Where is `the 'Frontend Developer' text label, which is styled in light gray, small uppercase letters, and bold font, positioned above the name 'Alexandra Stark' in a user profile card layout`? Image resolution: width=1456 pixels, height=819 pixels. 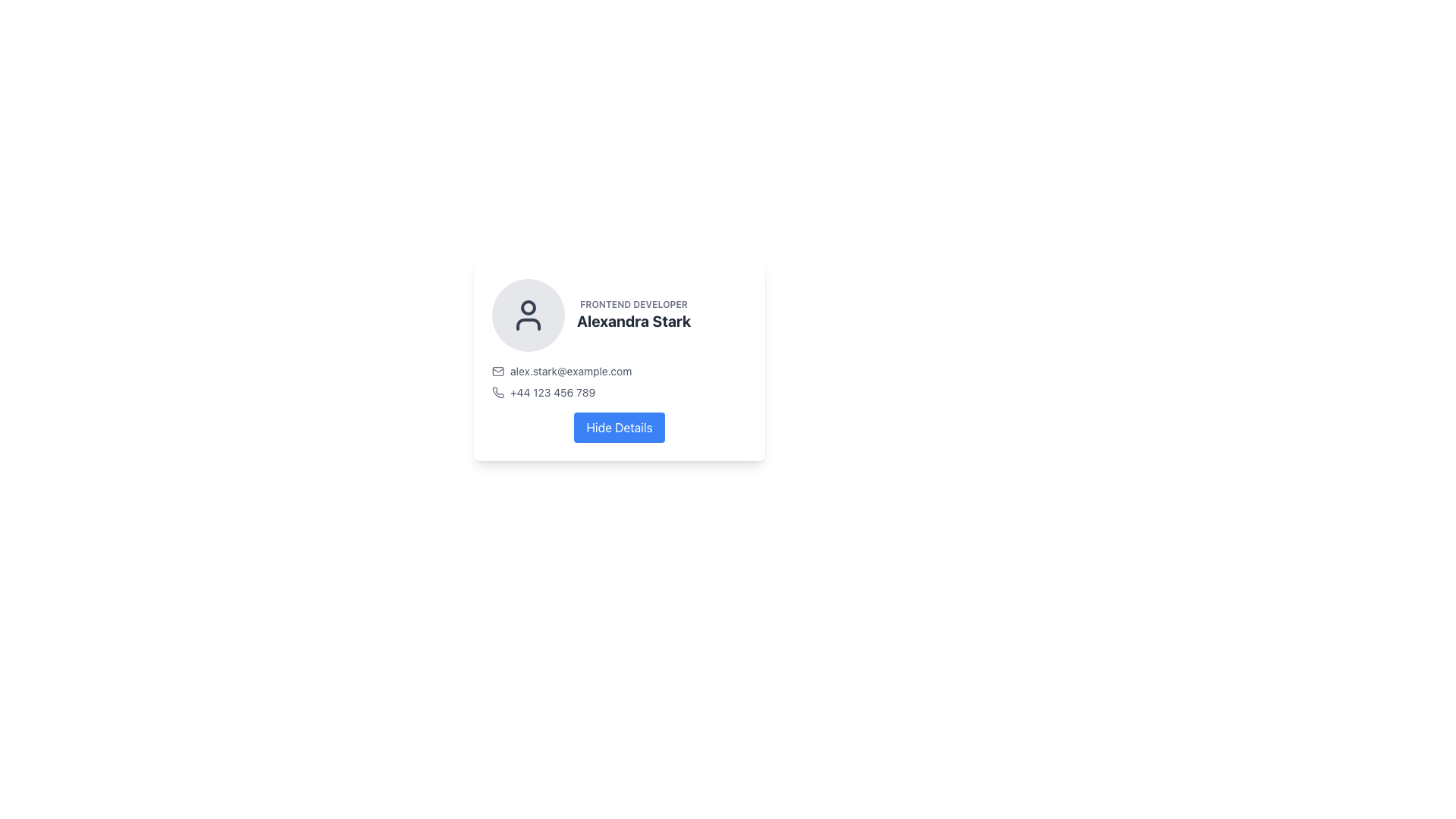
the 'Frontend Developer' text label, which is styled in light gray, small uppercase letters, and bold font, positioned above the name 'Alexandra Stark' in a user profile card layout is located at coordinates (634, 304).